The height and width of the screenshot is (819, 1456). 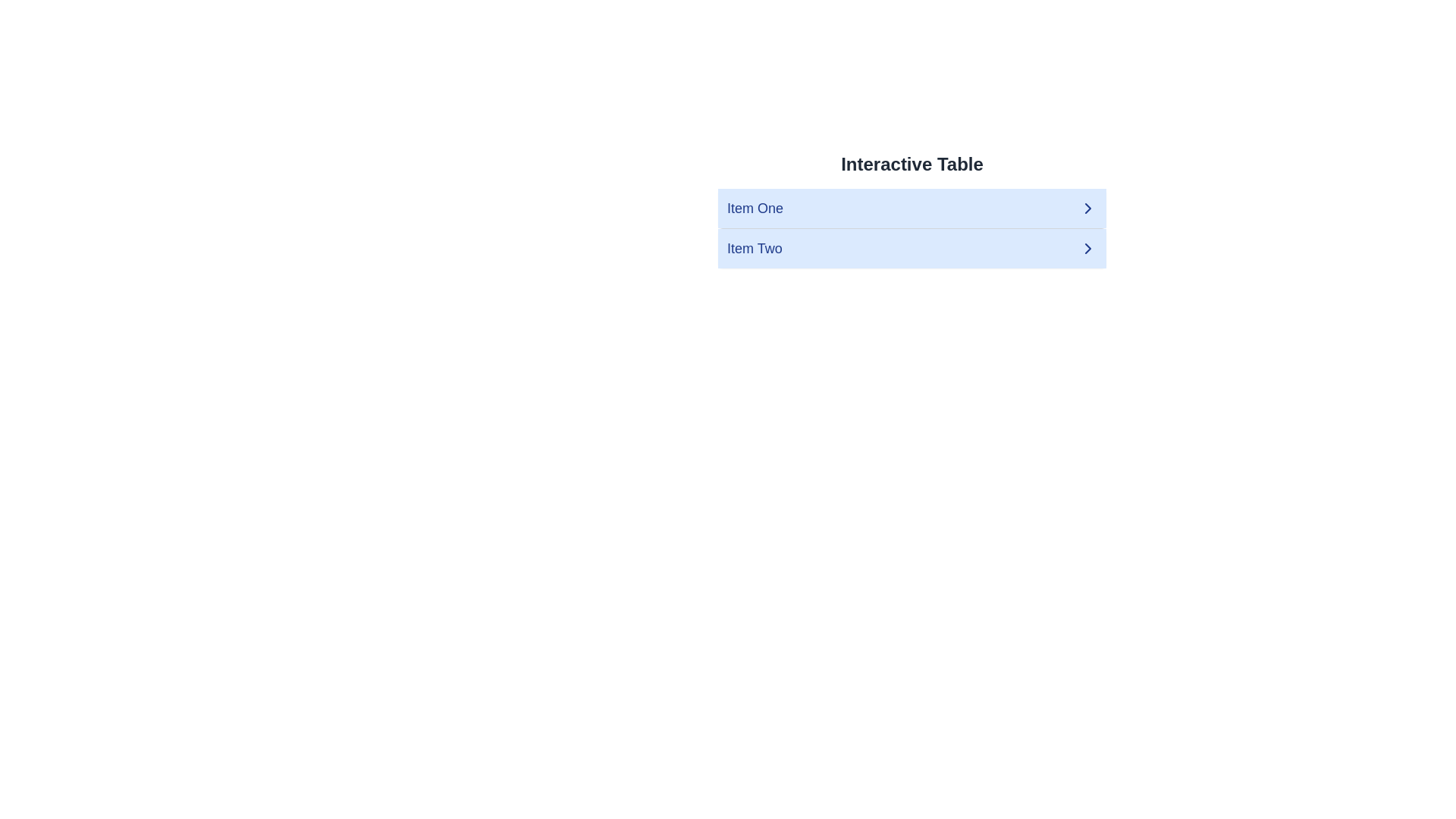 What do you see at coordinates (1087, 208) in the screenshot?
I see `the blue right-facing chevron arrow icon located at the far-right side of the first row in the 'Interactive Table'` at bounding box center [1087, 208].